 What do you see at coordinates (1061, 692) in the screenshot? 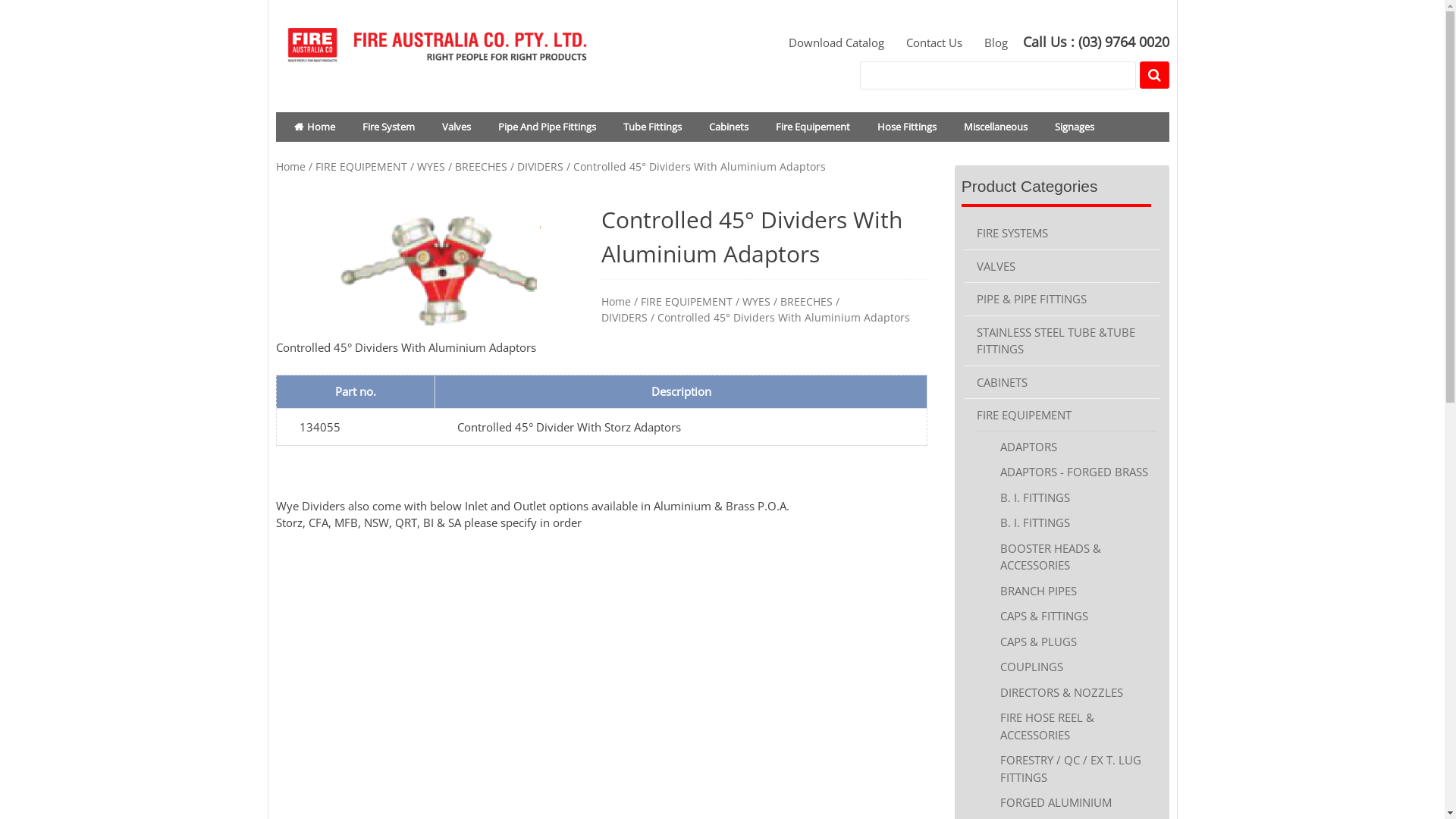
I see `'DIRECTORS & NOZZLES'` at bounding box center [1061, 692].